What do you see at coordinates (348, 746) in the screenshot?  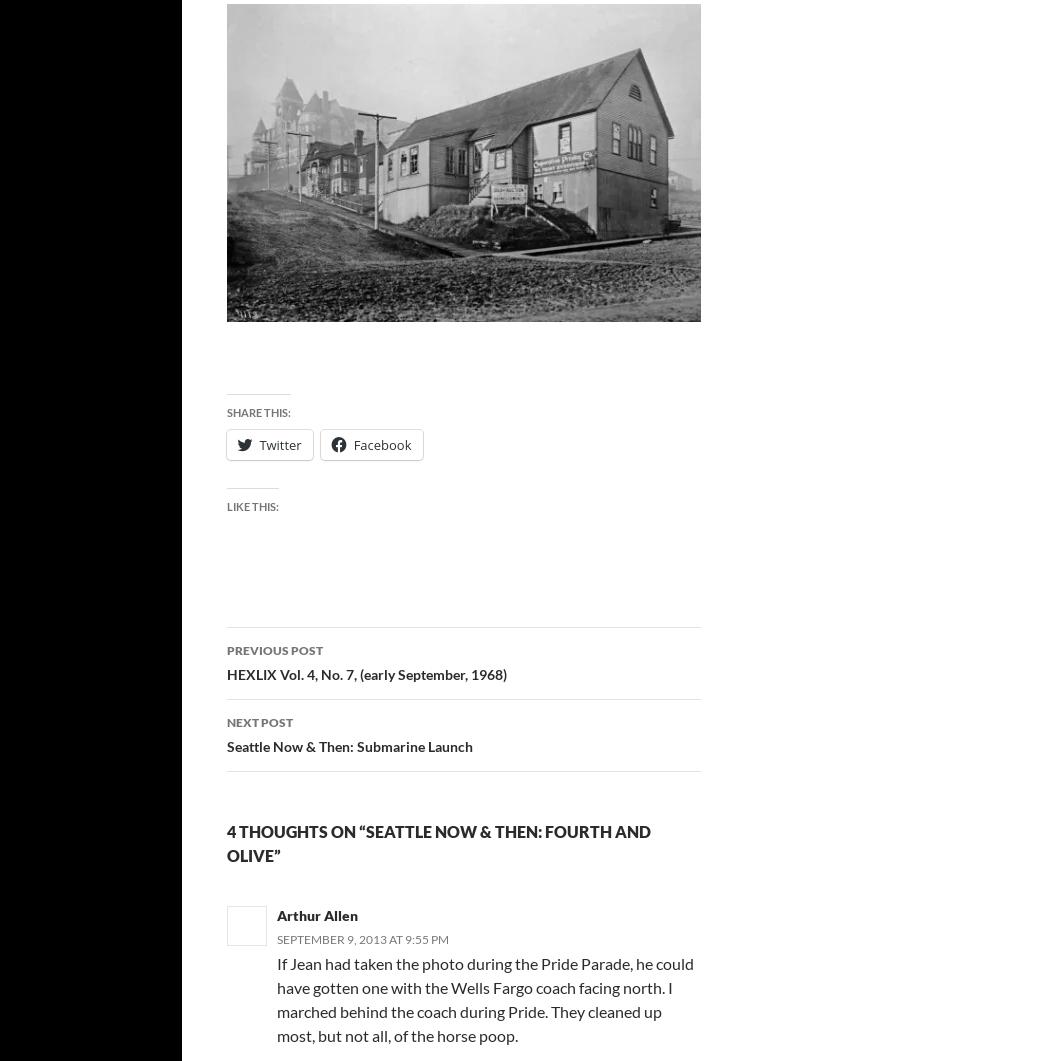 I see `'Seattle Now & Then: Submarine Launch'` at bounding box center [348, 746].